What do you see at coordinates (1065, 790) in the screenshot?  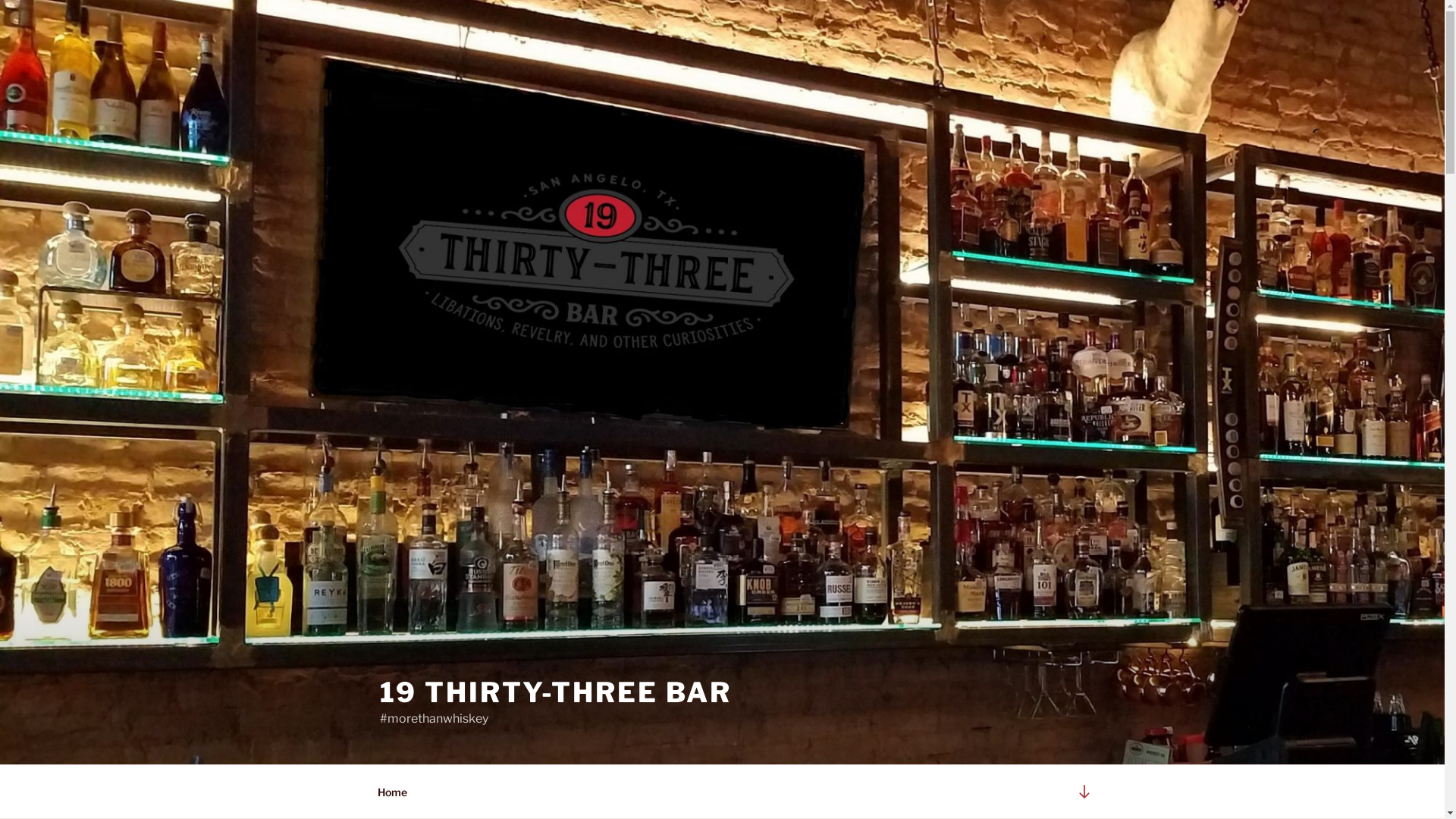 I see `'Scroll down to content'` at bounding box center [1065, 790].